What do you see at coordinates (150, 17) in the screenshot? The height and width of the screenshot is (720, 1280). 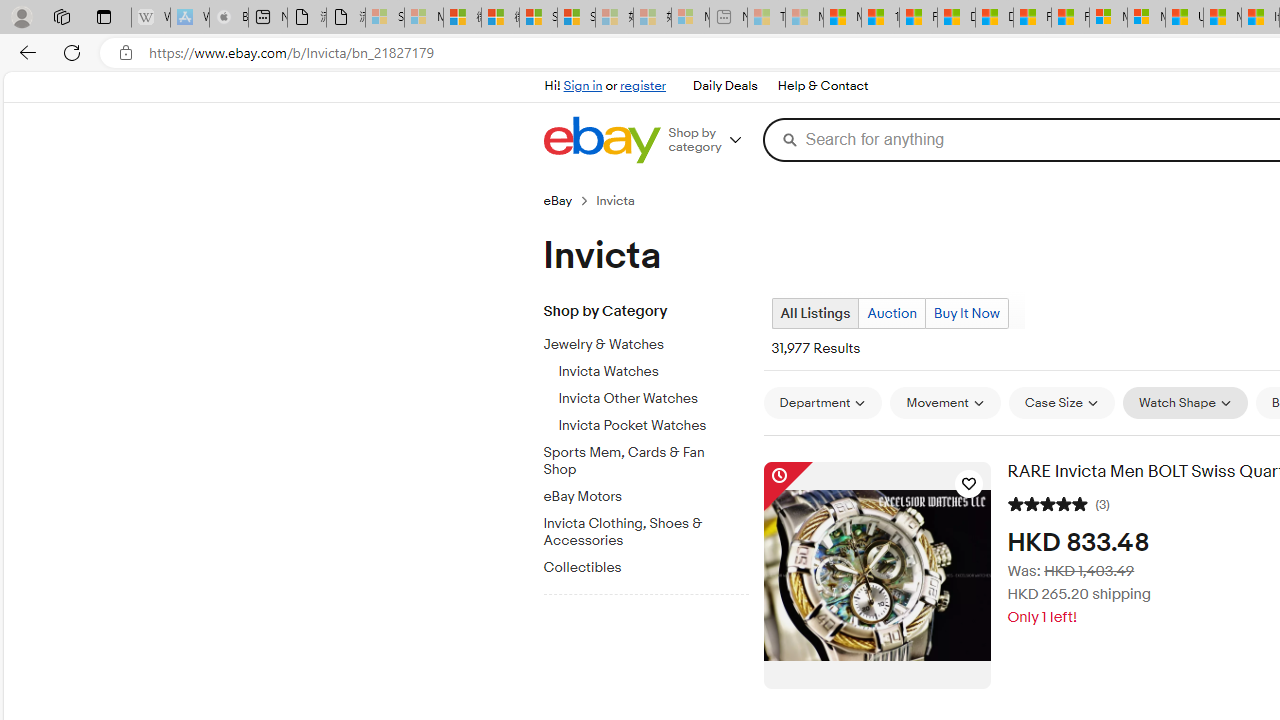 I see `'Wikipedia - Sleeping'` at bounding box center [150, 17].